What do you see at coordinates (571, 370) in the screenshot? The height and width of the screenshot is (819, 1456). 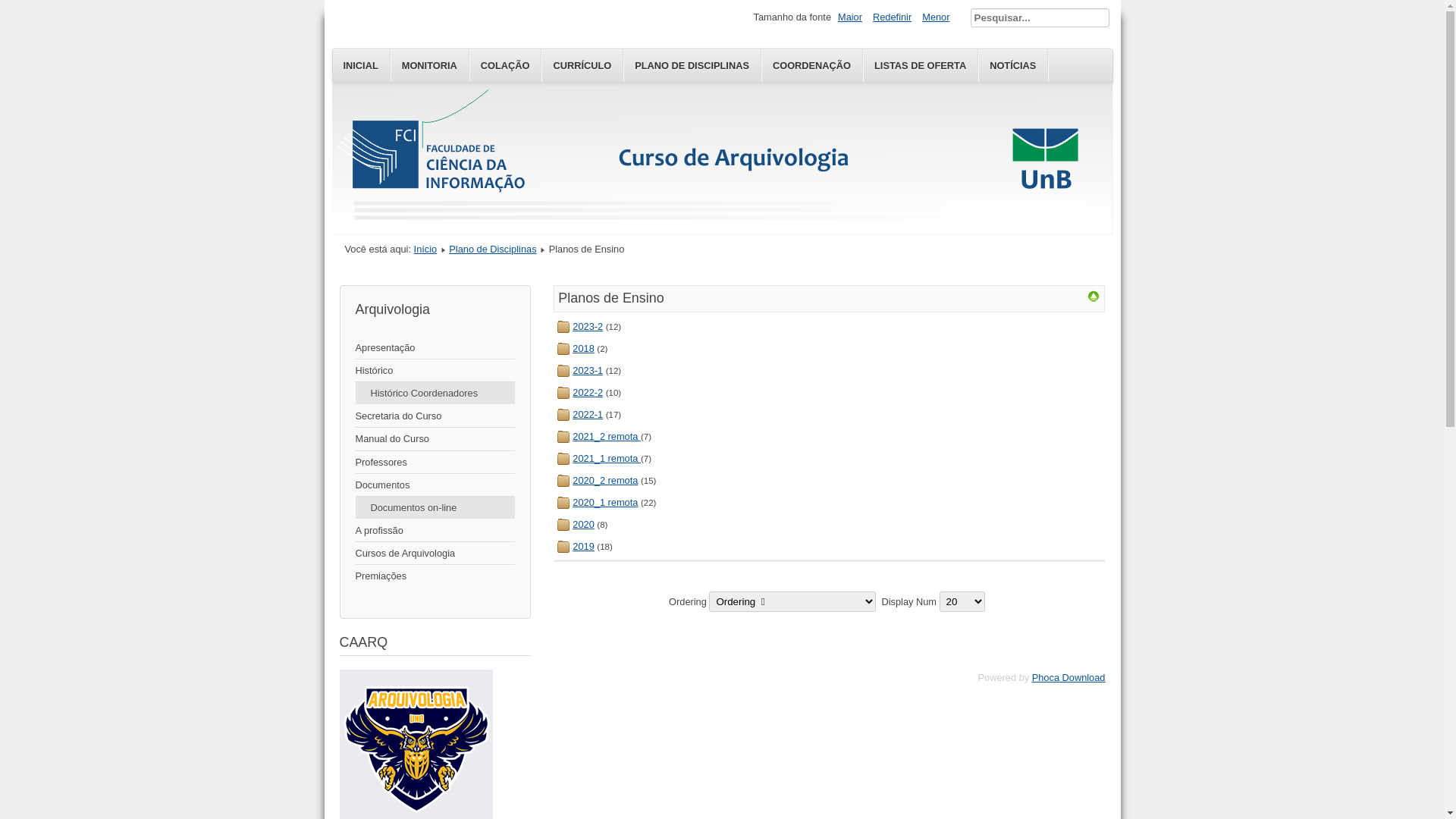 I see `'2023-1'` at bounding box center [571, 370].